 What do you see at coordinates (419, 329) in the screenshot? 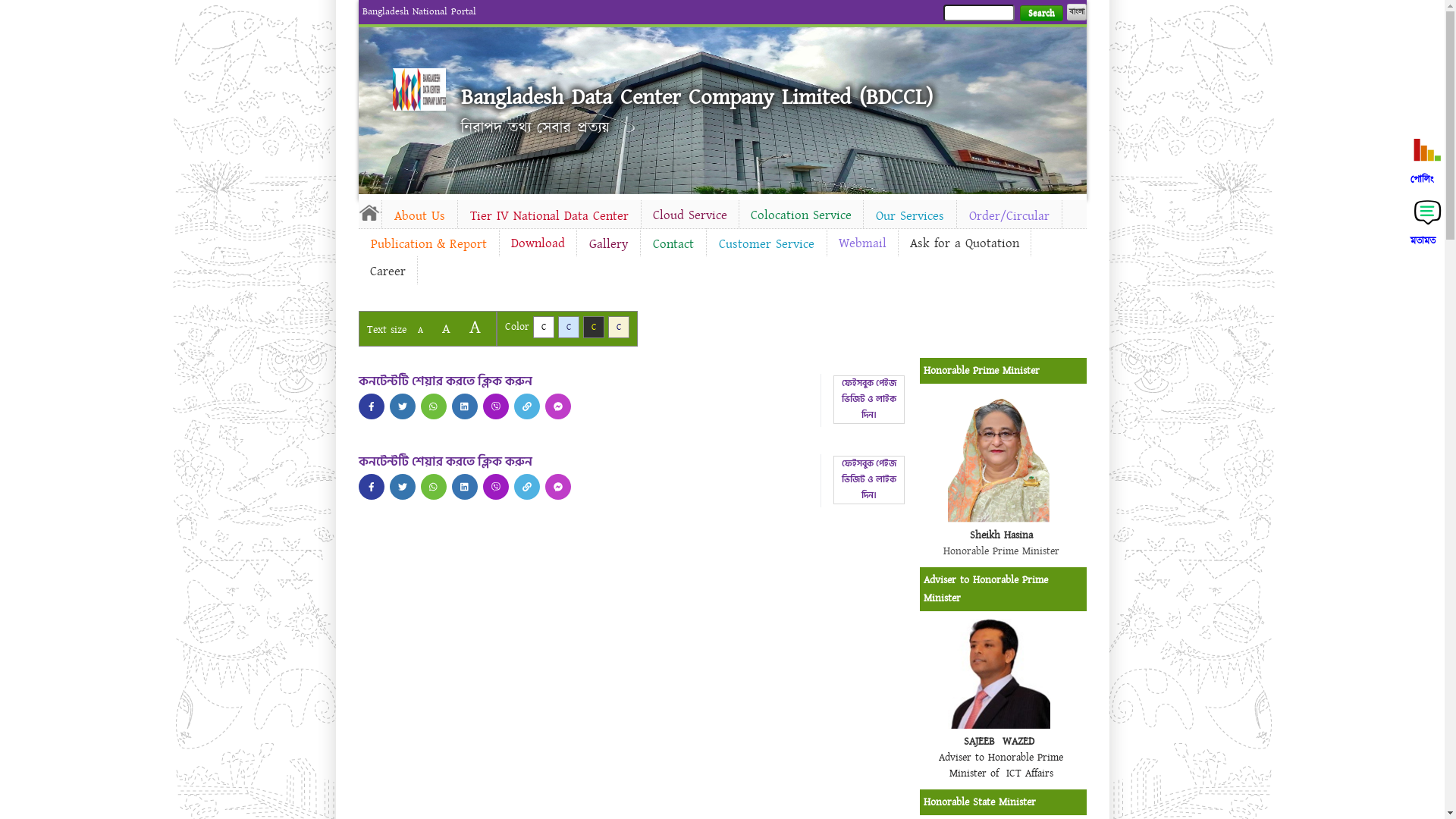
I see `'A'` at bounding box center [419, 329].